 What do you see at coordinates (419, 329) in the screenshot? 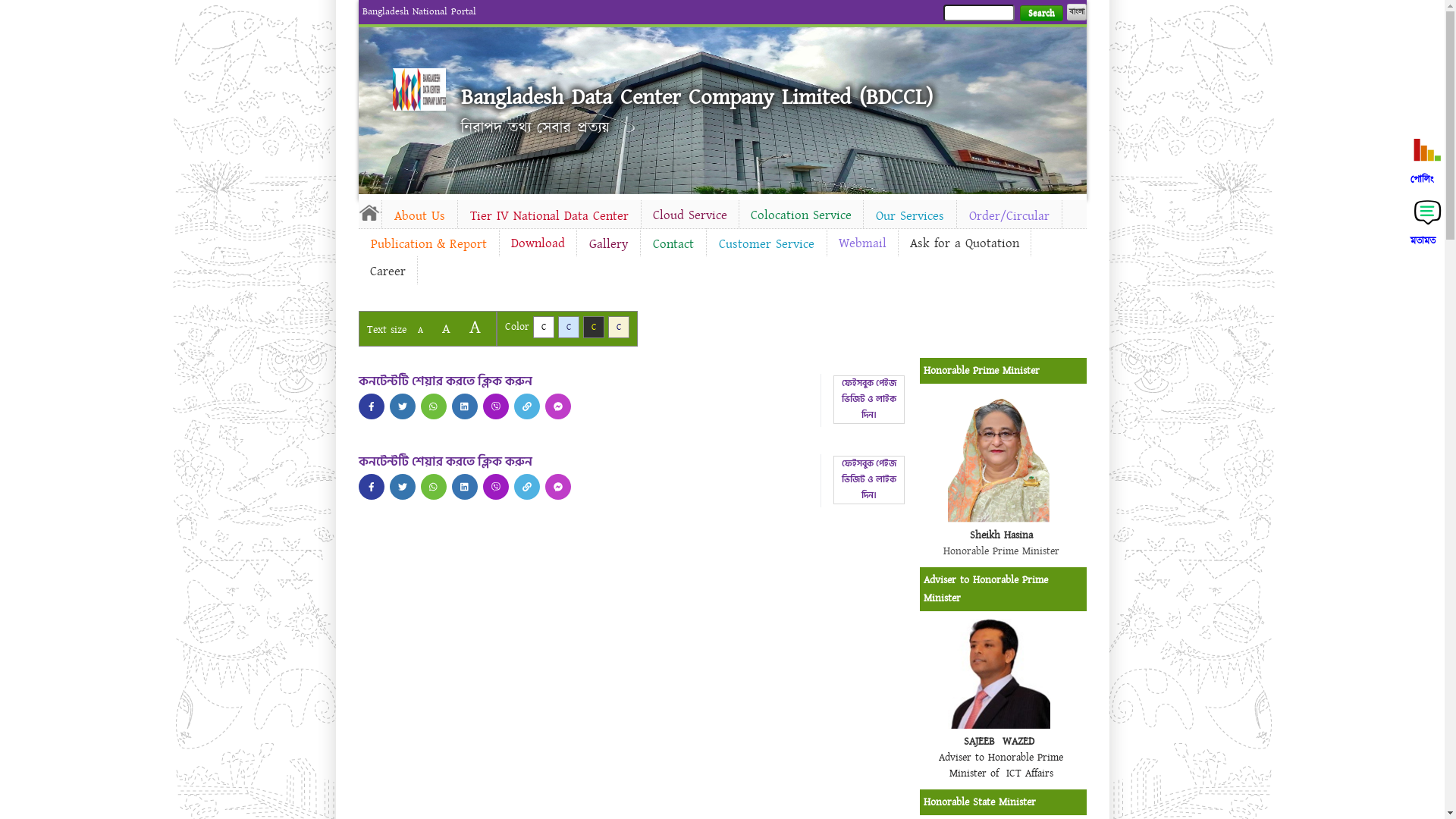
I see `'A'` at bounding box center [419, 329].